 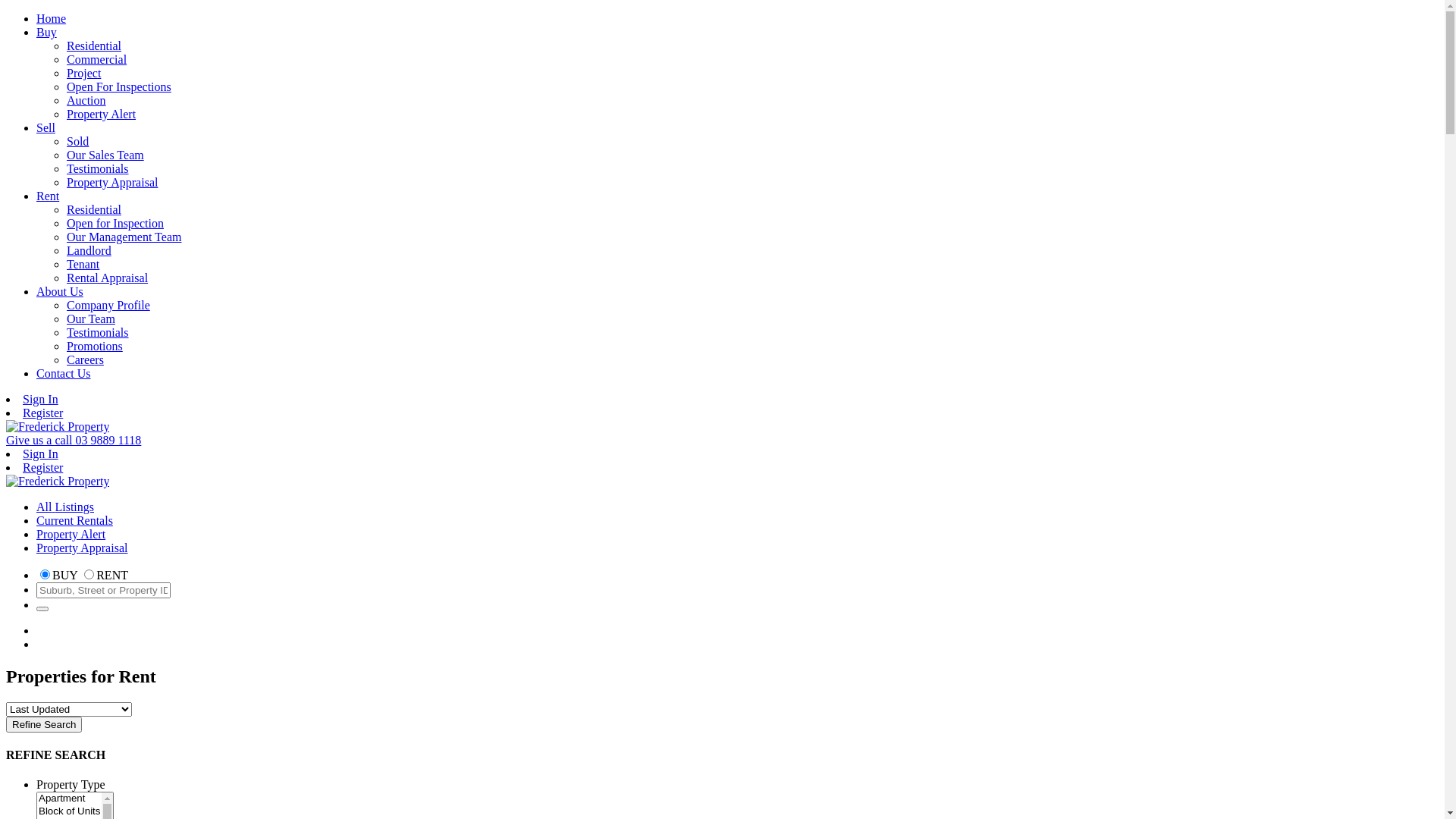 I want to click on 'Testimonials', so click(x=97, y=168).